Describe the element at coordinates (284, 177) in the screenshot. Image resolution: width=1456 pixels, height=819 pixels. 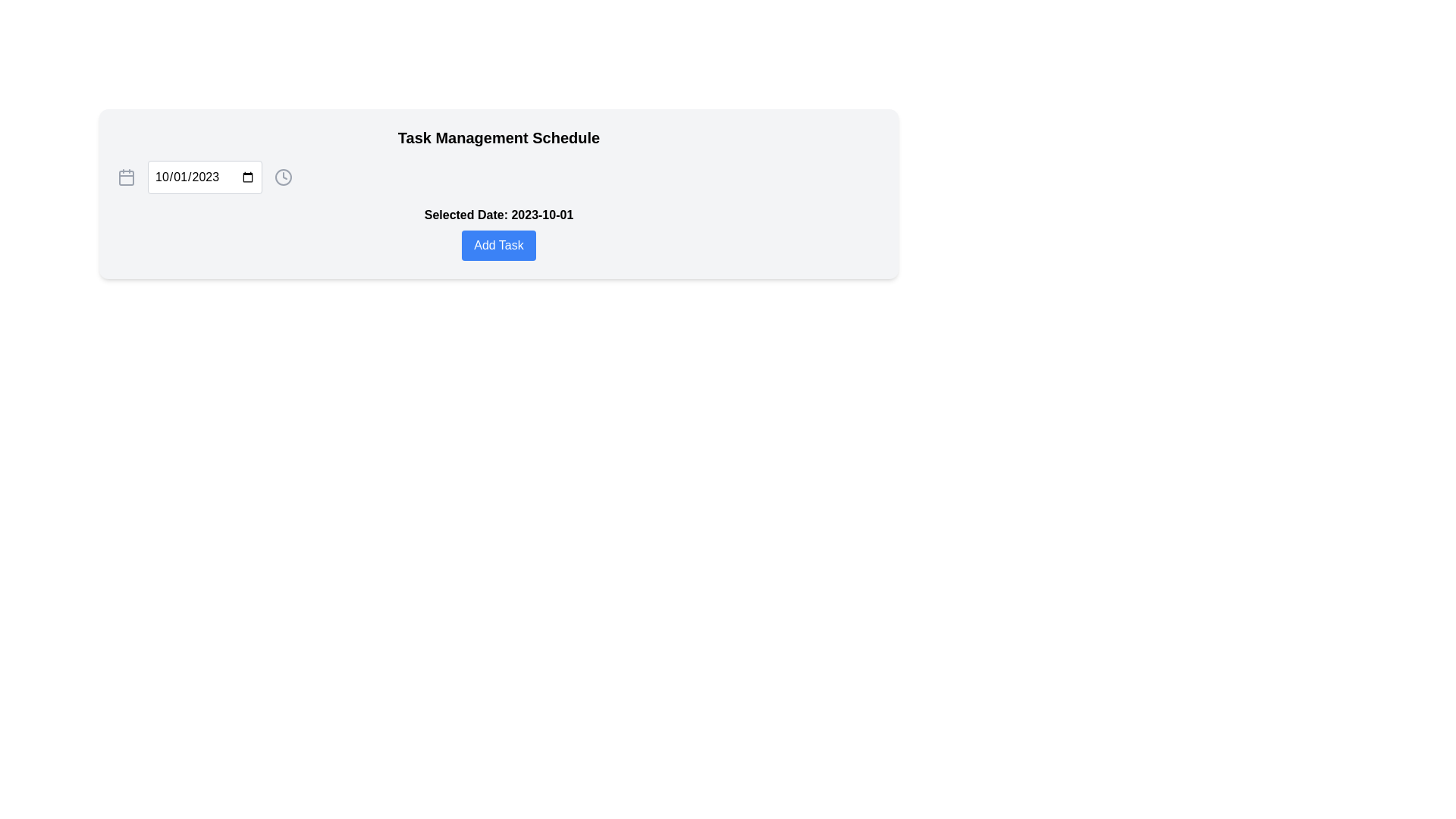
I see `the clock icon located to the immediate right of the date input field, which serves as a time-related interaction element` at that location.